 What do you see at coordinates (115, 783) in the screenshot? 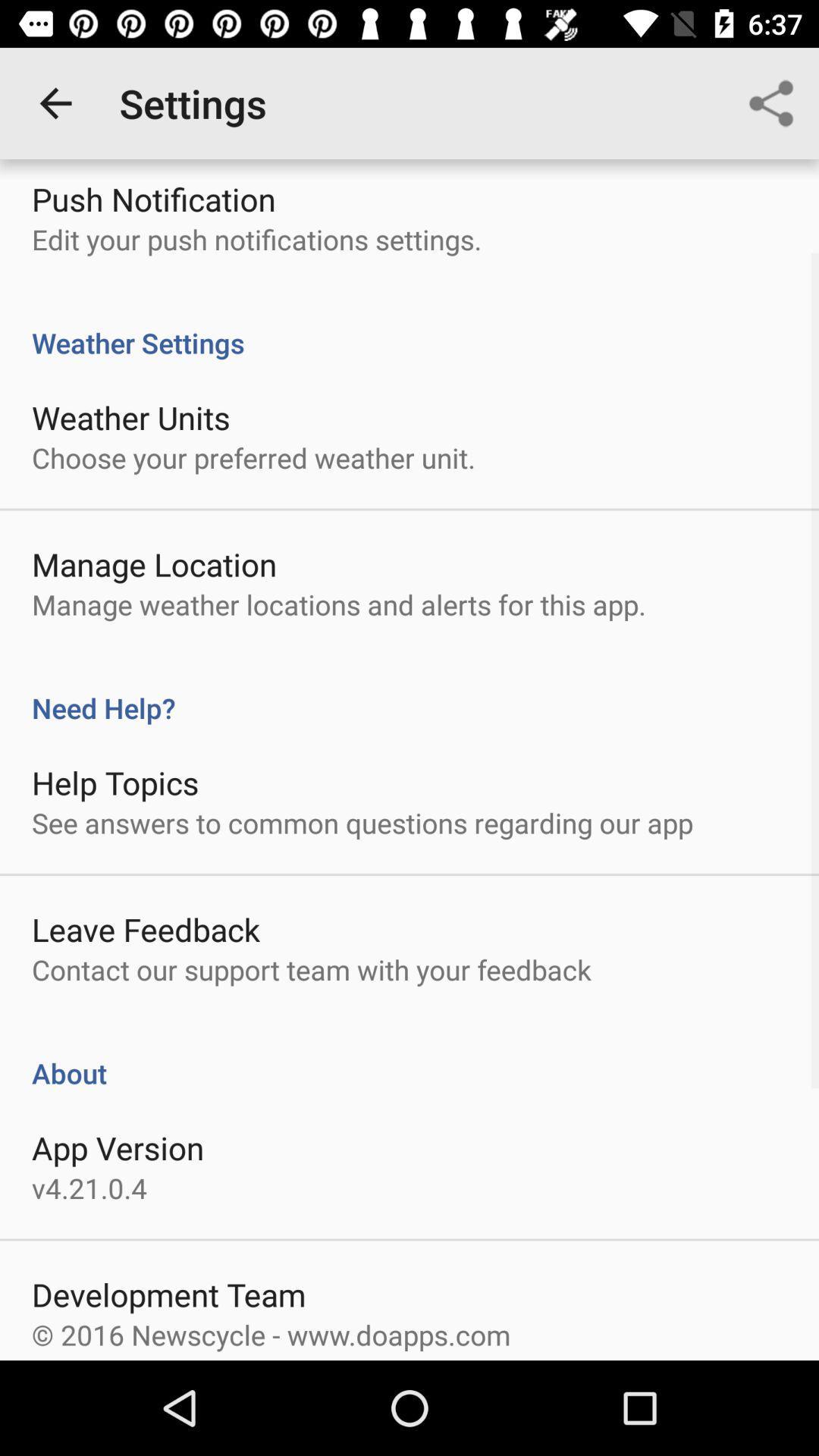
I see `the help topics item` at bounding box center [115, 783].